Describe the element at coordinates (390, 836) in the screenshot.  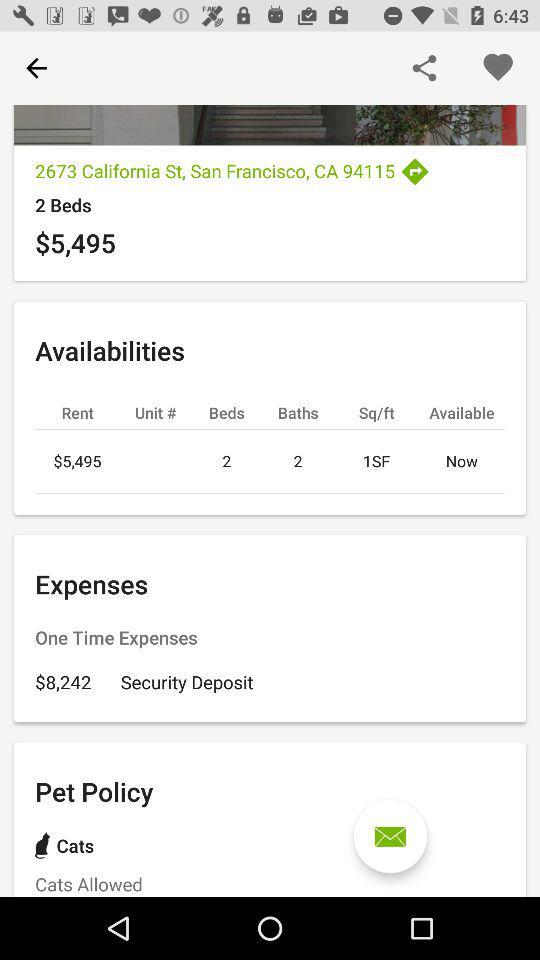
I see `icon at the bottom right corner` at that location.